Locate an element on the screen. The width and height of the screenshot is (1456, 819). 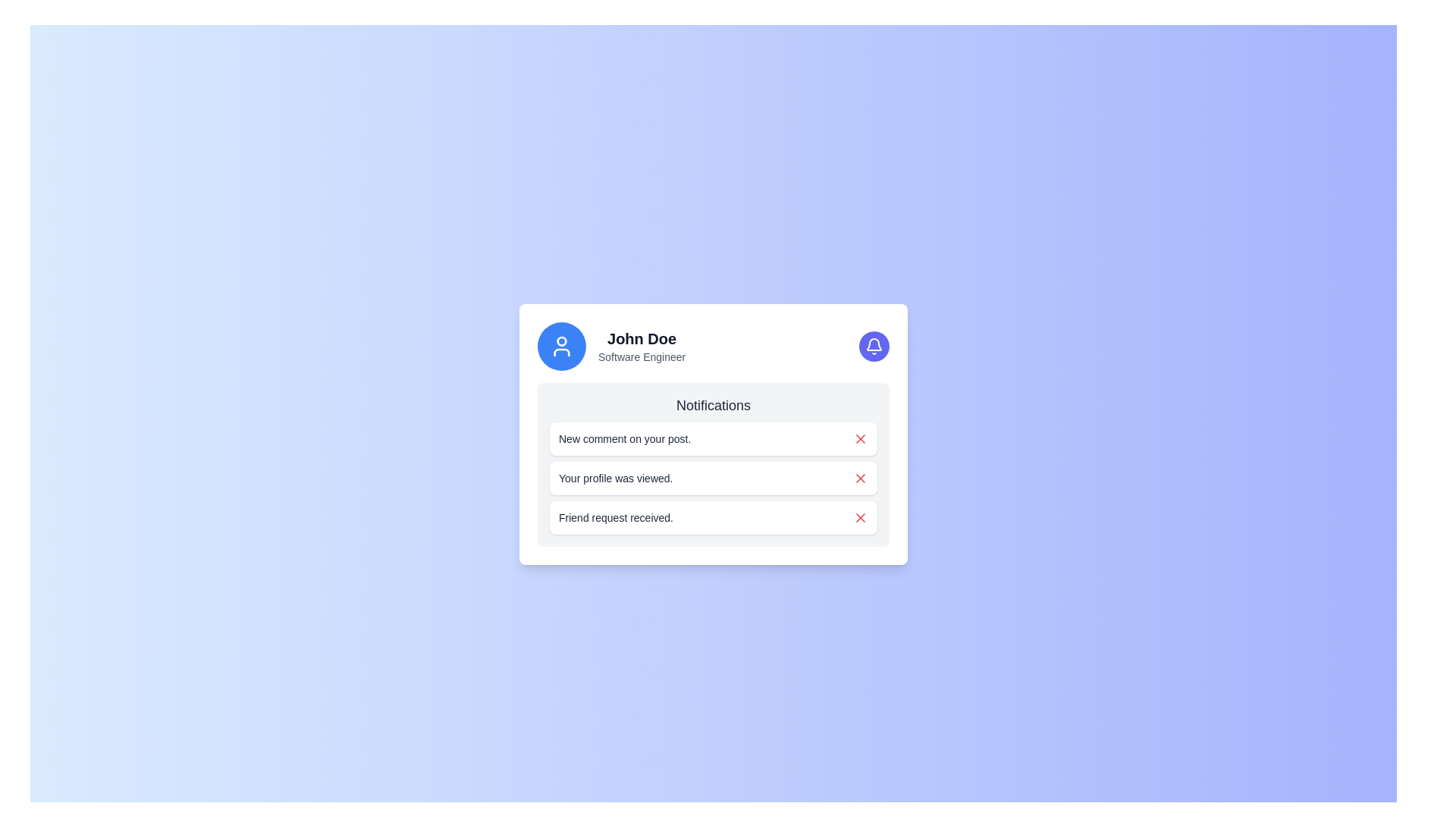
the text label that indicates a received friend request, located in the lower part of the notification panel next to the 'X' button is located at coordinates (616, 516).